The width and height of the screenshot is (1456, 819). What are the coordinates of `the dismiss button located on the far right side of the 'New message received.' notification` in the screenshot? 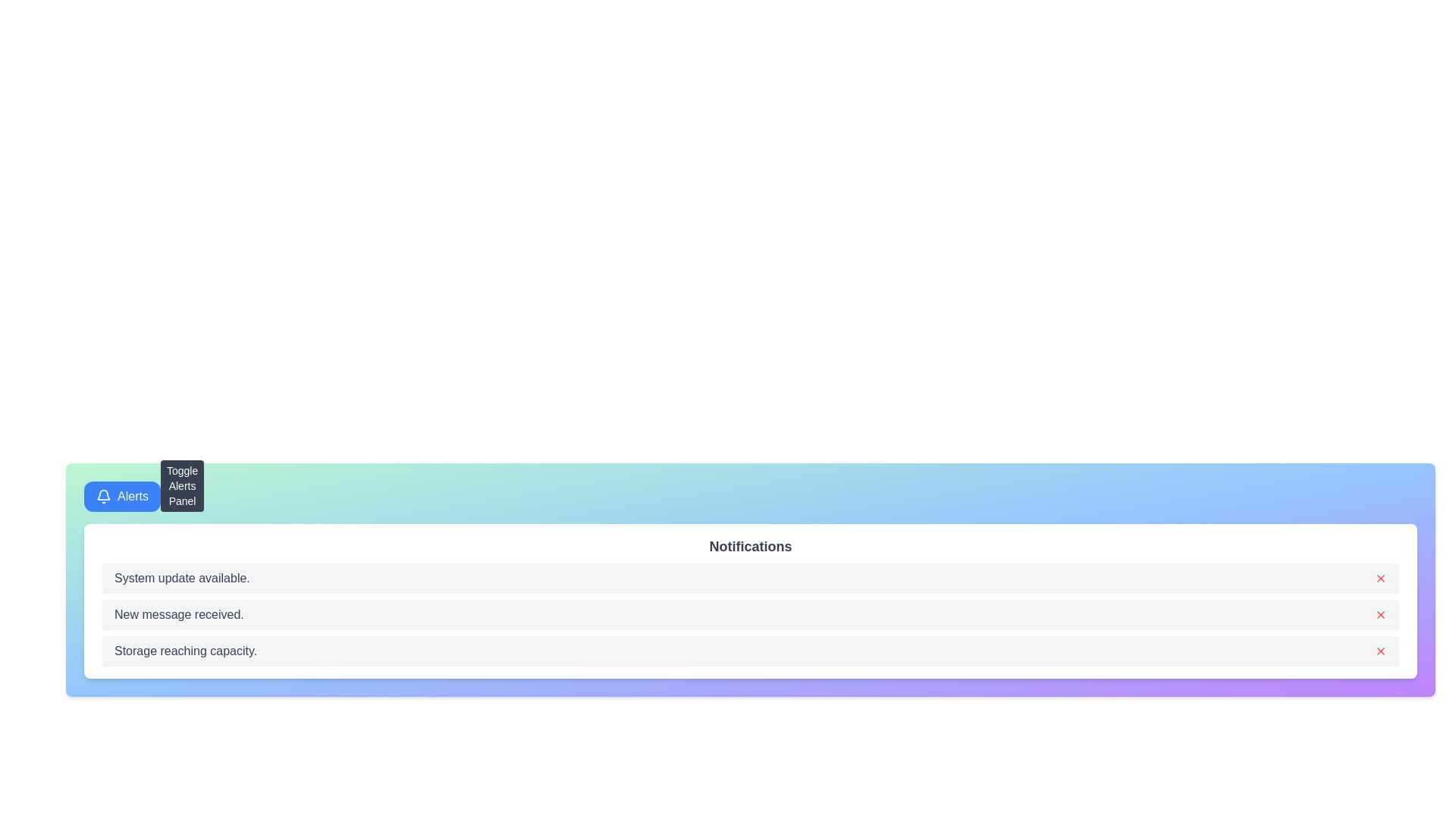 It's located at (1380, 614).